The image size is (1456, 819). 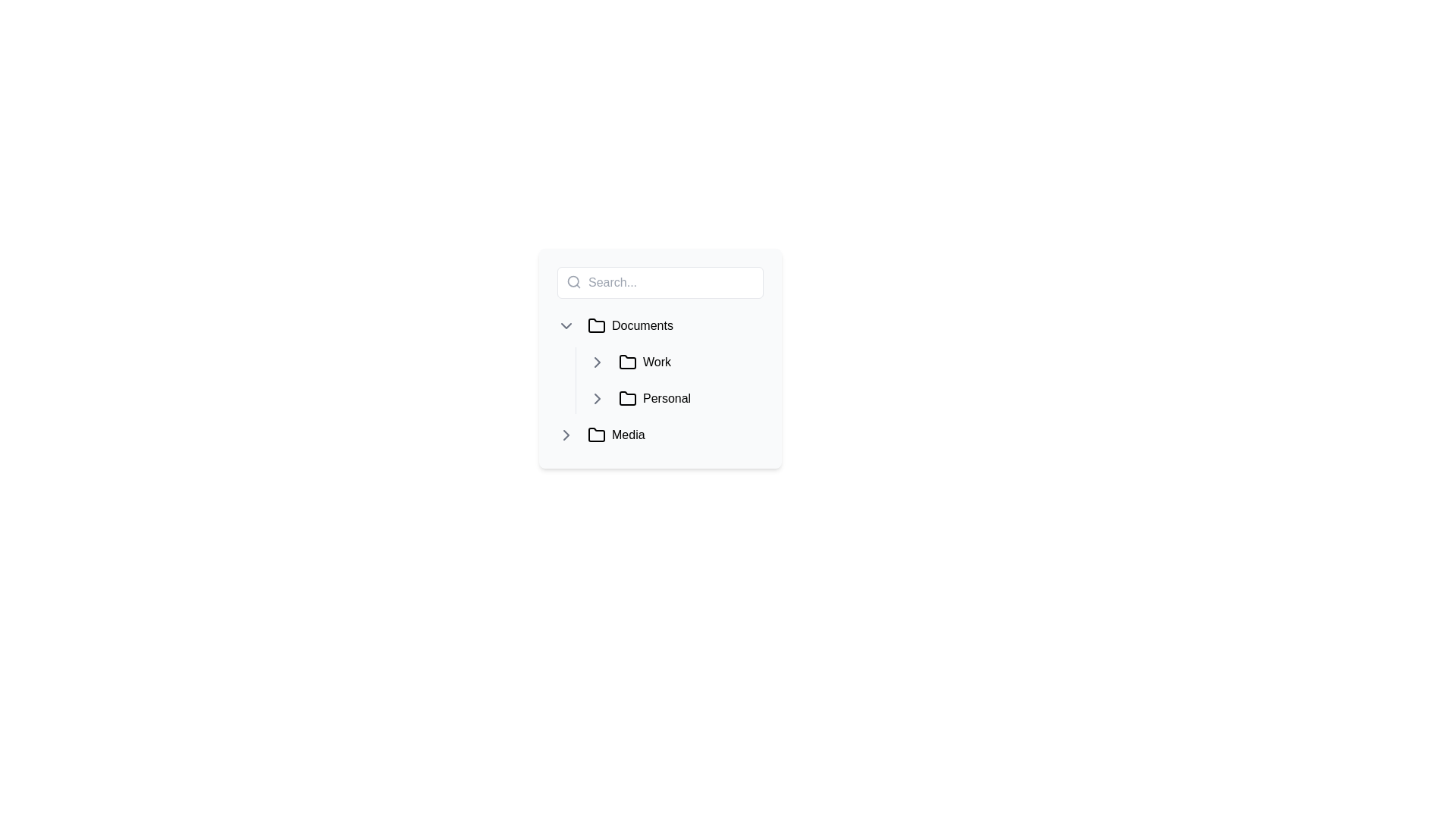 What do you see at coordinates (596, 435) in the screenshot?
I see `the folder icon representing the 'Media' directory in the navigation tree, located in the last row below the 'Personal' folder` at bounding box center [596, 435].